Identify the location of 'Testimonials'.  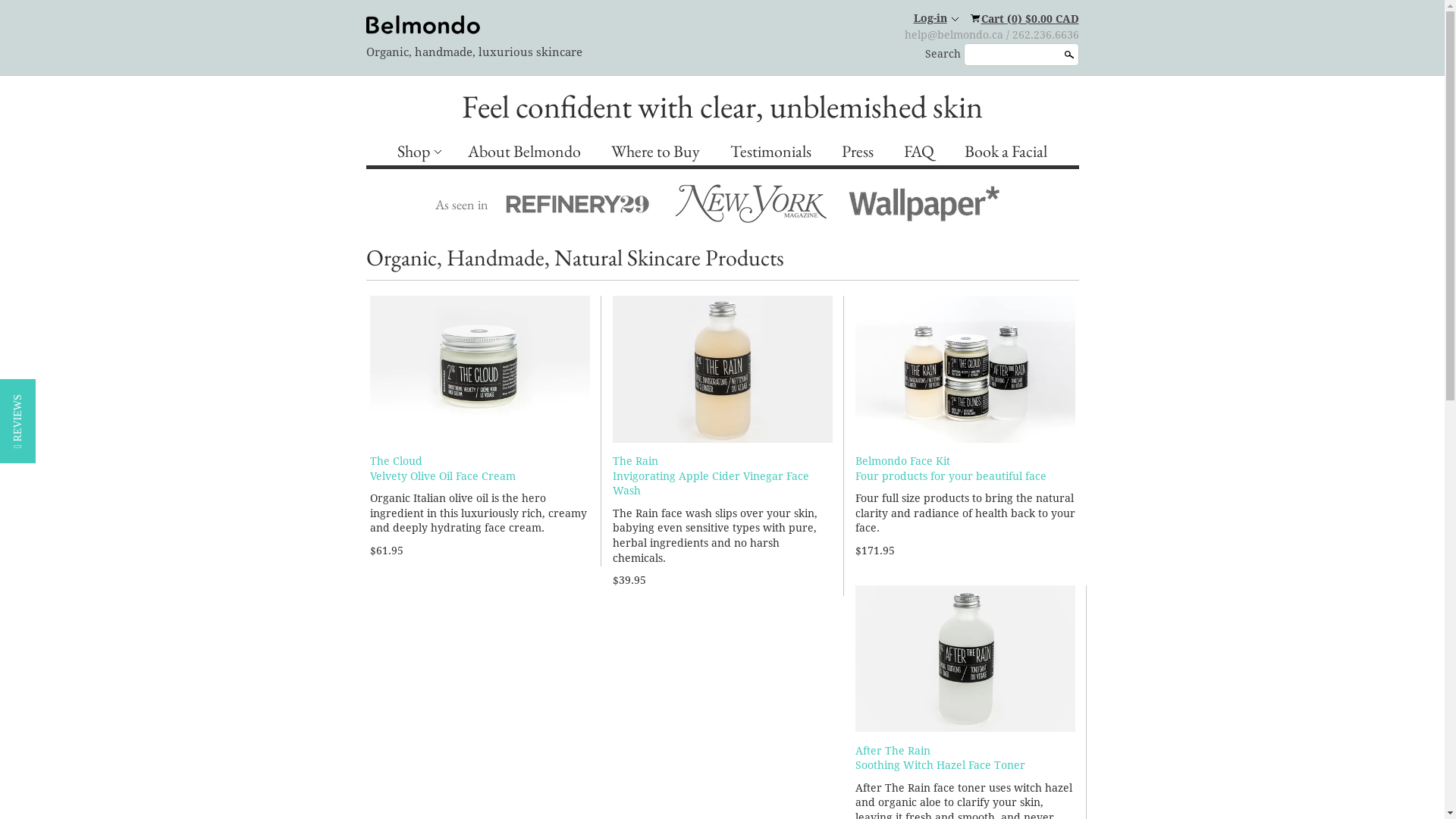
(770, 152).